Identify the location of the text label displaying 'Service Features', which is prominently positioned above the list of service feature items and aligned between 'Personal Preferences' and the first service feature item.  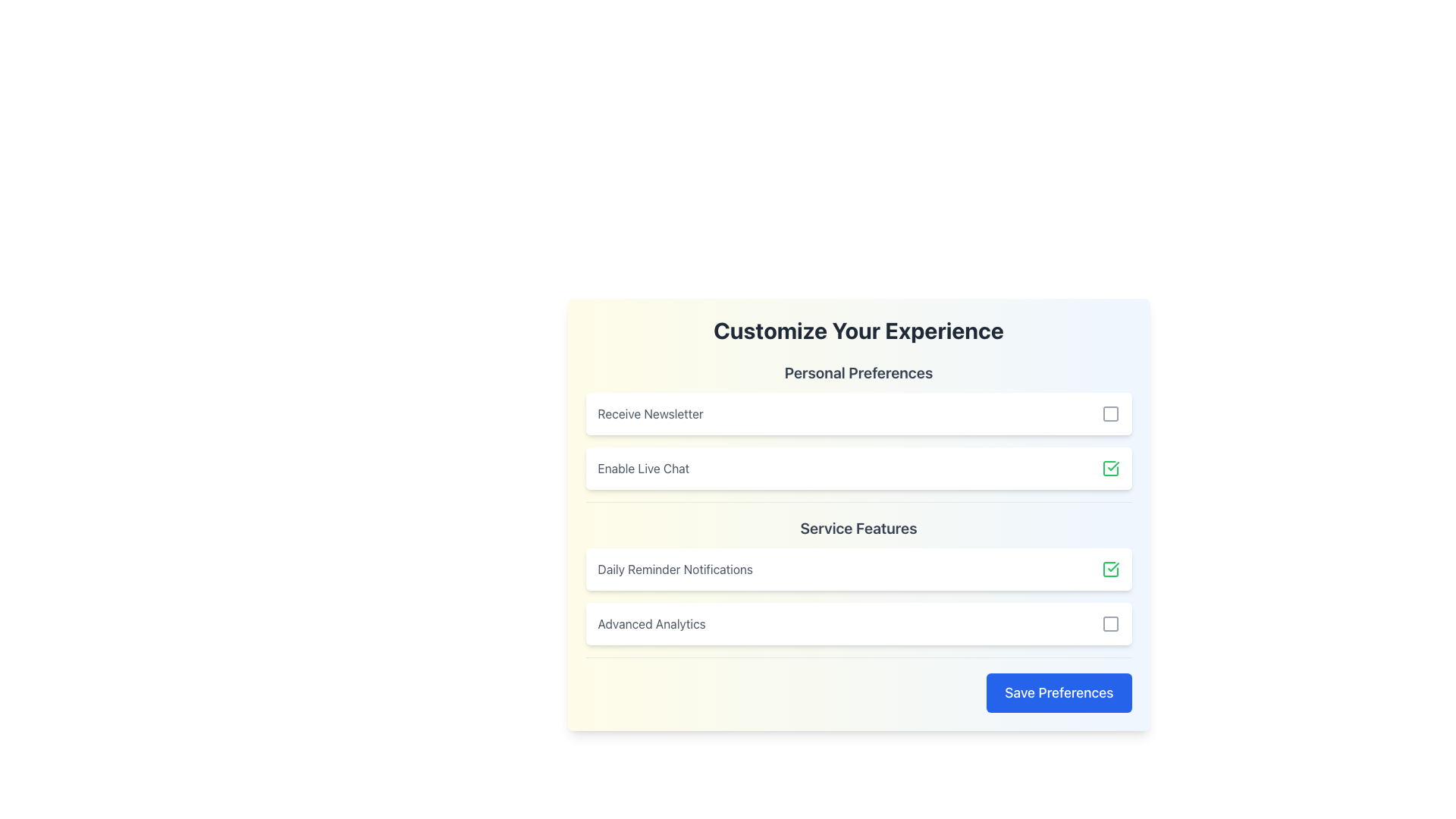
(858, 528).